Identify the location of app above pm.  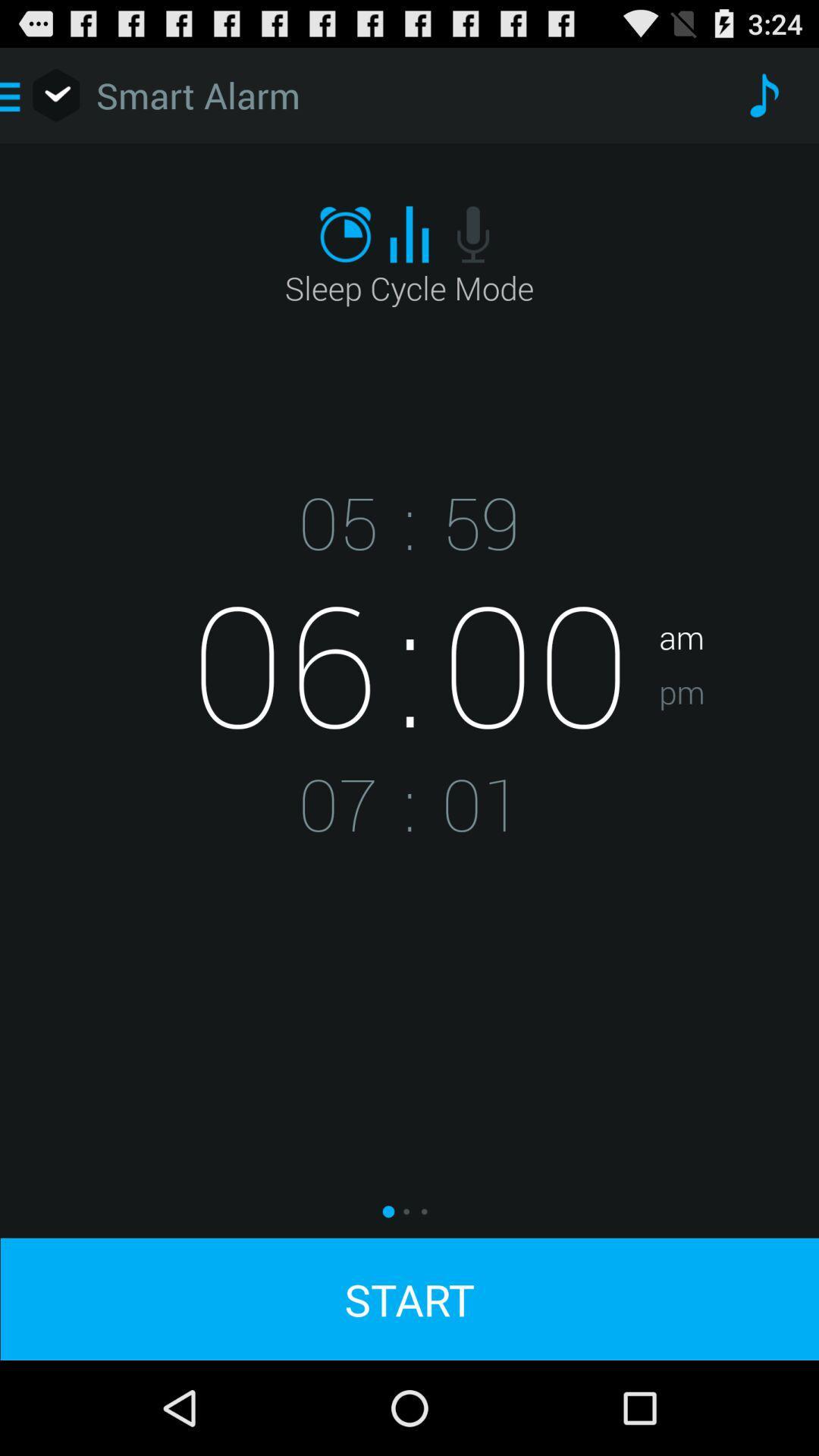
(738, 588).